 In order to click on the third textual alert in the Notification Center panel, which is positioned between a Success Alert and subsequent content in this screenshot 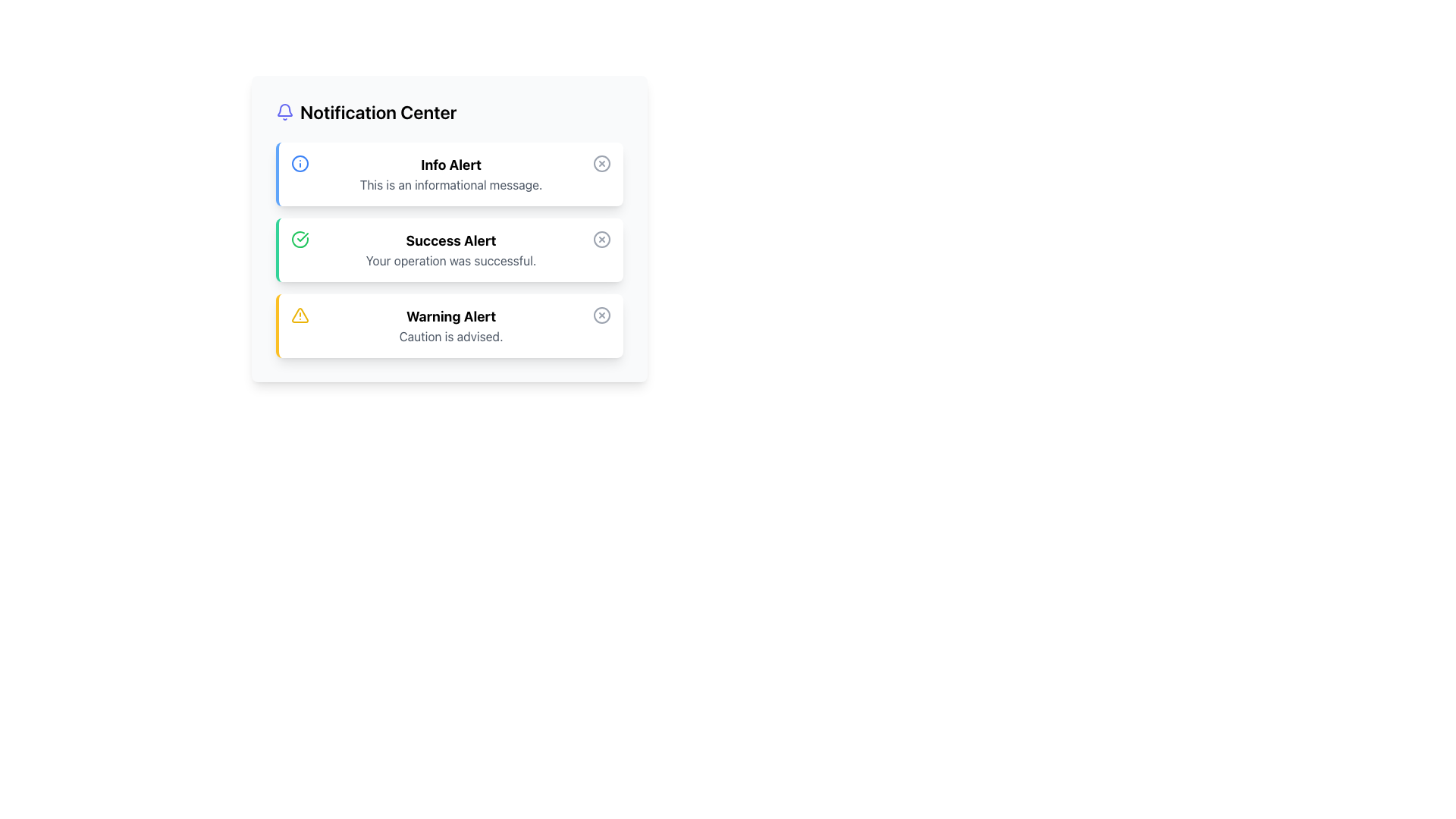, I will do `click(450, 325)`.